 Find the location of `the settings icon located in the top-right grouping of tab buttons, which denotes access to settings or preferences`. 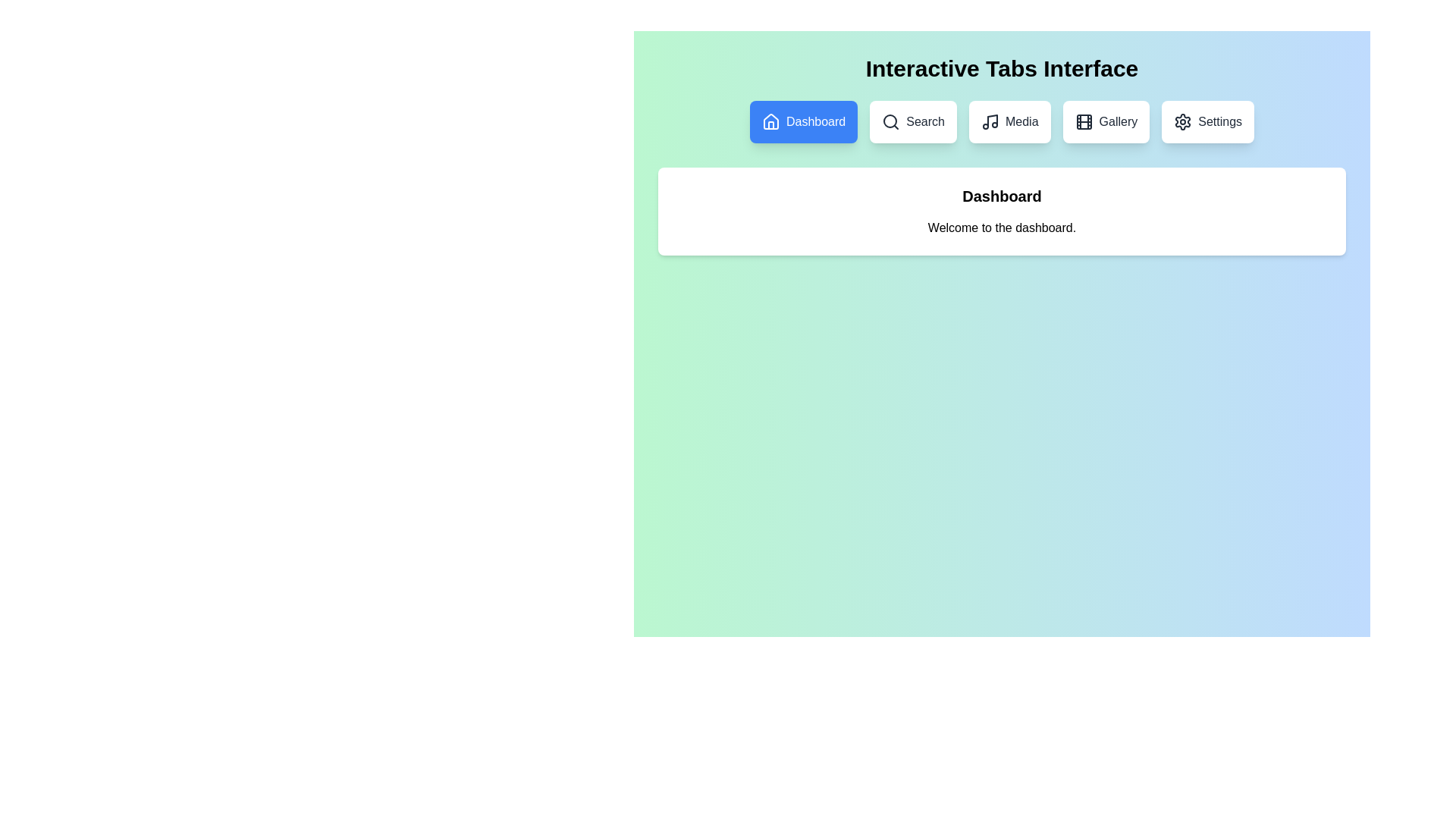

the settings icon located in the top-right grouping of tab buttons, which denotes access to settings or preferences is located at coordinates (1182, 121).